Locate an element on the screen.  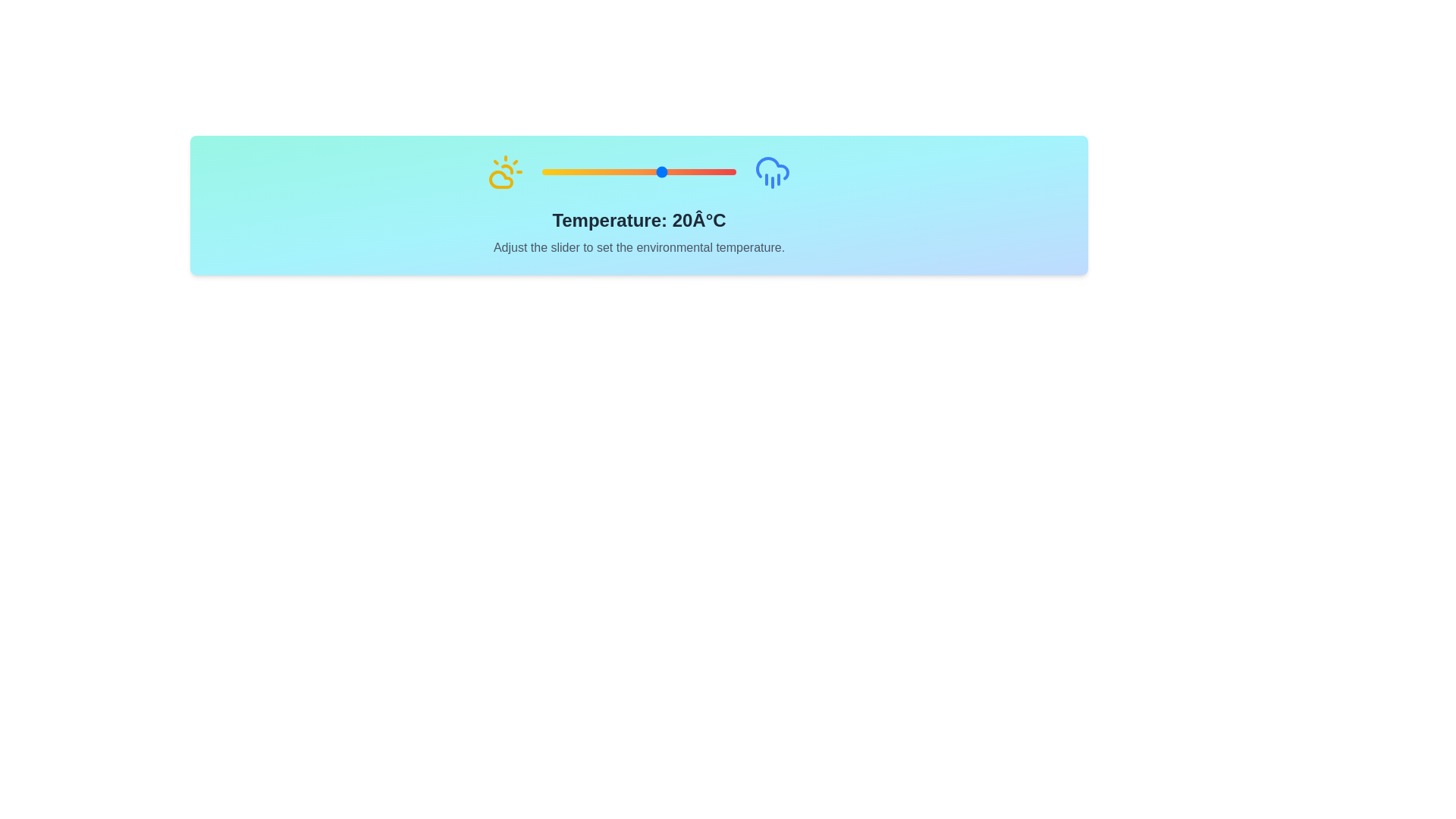
the slider for accessibility interaction is located at coordinates (639, 171).